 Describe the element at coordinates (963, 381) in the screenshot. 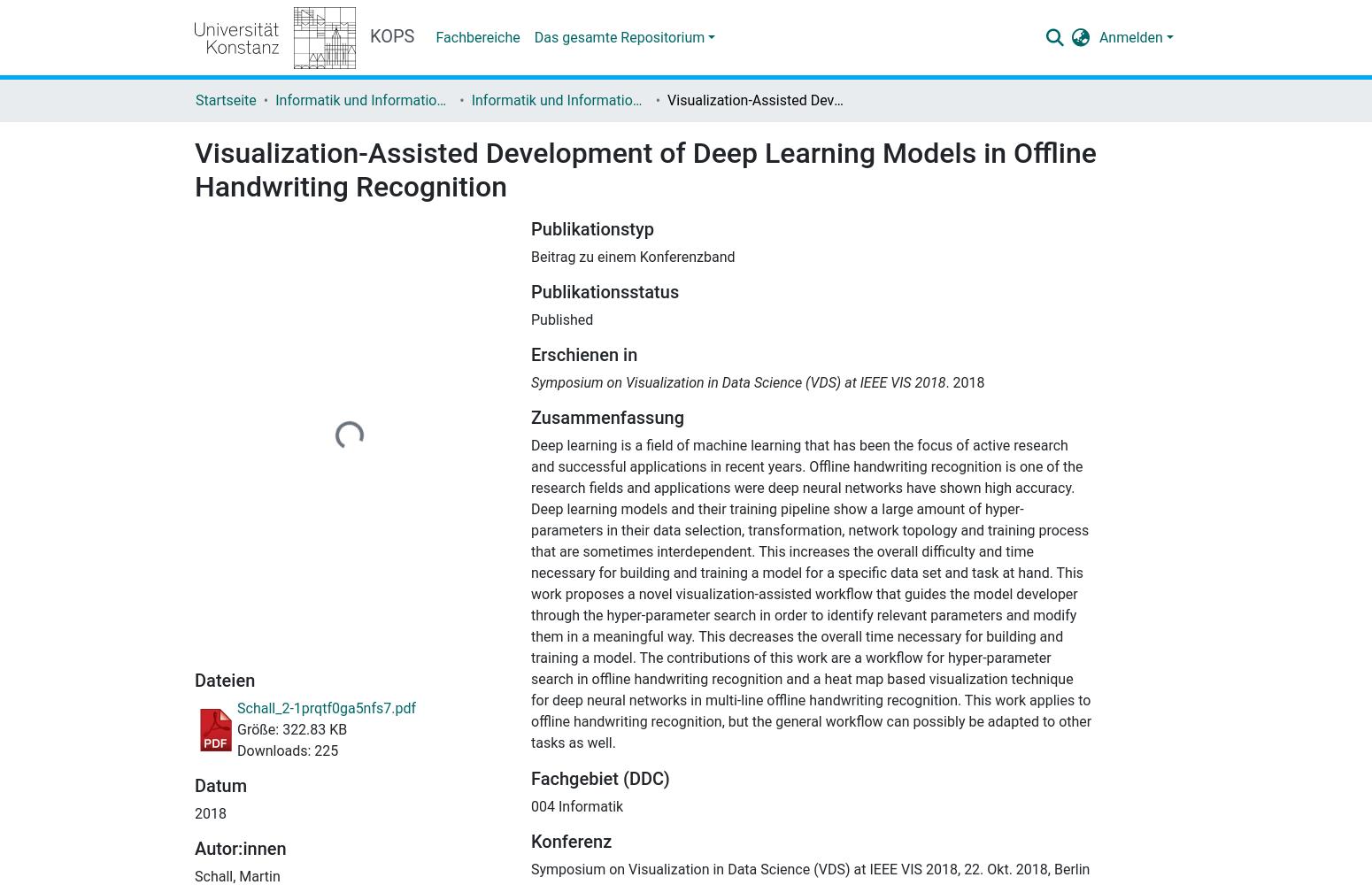

I see `'. 2018'` at that location.